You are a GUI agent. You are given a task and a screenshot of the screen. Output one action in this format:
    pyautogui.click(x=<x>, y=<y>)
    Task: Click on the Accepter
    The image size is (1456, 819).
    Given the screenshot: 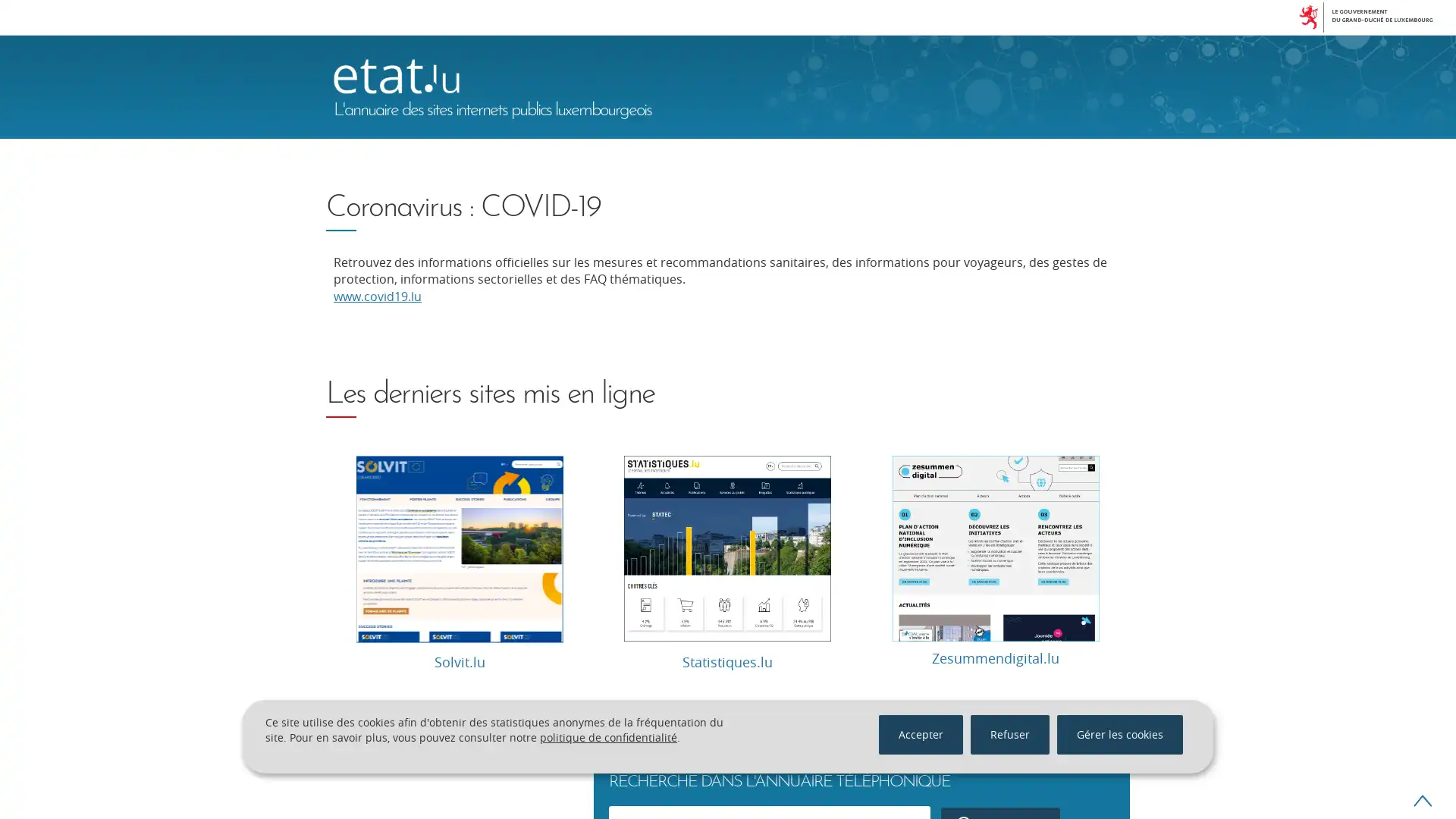 What is the action you would take?
    pyautogui.click(x=920, y=733)
    